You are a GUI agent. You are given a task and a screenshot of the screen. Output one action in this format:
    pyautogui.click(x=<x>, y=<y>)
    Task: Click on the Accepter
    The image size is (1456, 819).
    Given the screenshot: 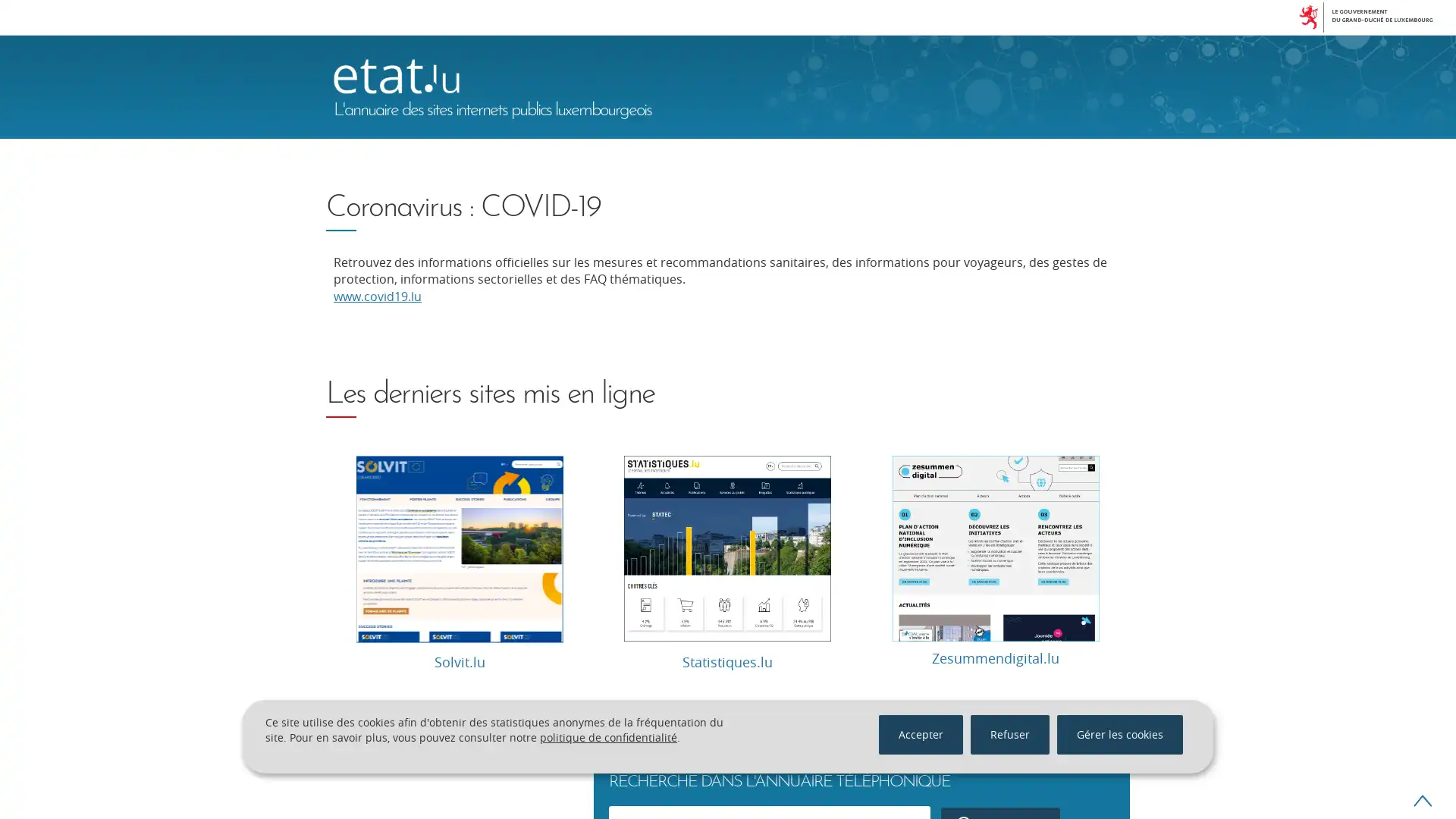 What is the action you would take?
    pyautogui.click(x=920, y=733)
    